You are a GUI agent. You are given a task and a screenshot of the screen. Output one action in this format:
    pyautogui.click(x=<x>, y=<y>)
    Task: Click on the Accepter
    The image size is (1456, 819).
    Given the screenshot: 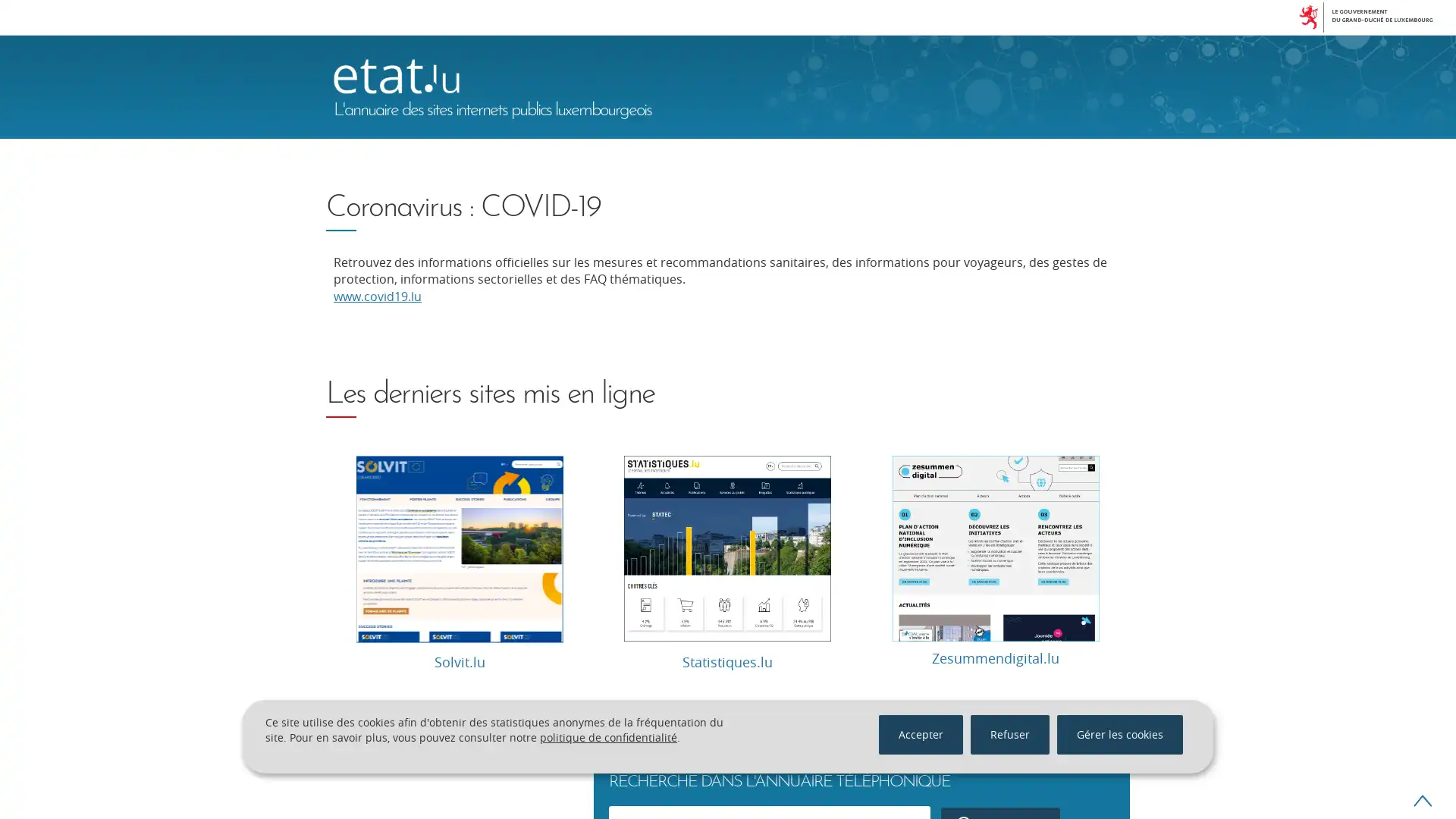 What is the action you would take?
    pyautogui.click(x=920, y=733)
    